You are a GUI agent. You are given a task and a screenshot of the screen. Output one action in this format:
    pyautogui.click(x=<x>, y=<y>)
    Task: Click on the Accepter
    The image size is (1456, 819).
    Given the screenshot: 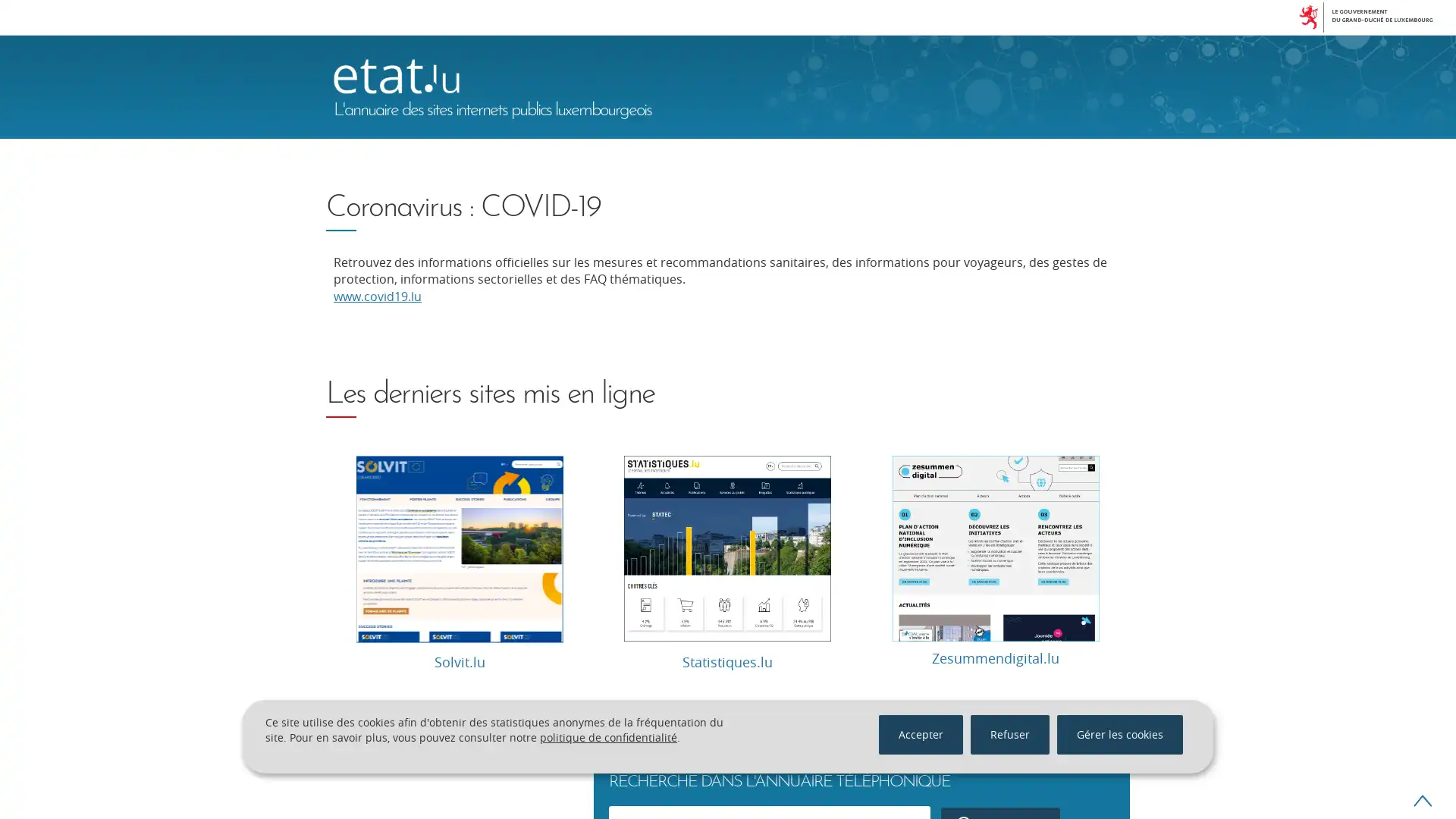 What is the action you would take?
    pyautogui.click(x=920, y=733)
    